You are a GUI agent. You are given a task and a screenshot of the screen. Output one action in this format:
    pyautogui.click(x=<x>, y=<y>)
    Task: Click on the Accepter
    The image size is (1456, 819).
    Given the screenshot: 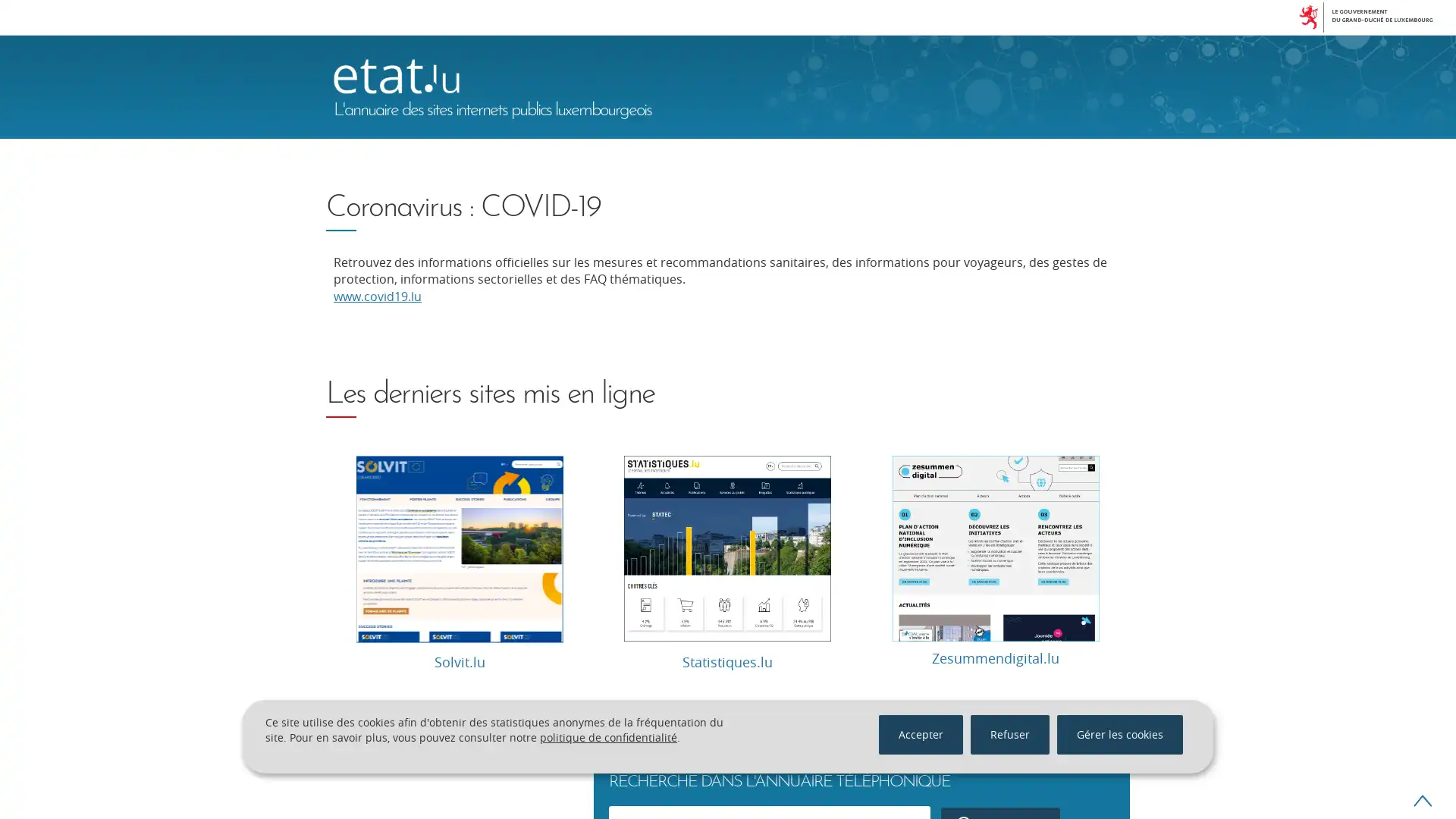 What is the action you would take?
    pyautogui.click(x=920, y=733)
    